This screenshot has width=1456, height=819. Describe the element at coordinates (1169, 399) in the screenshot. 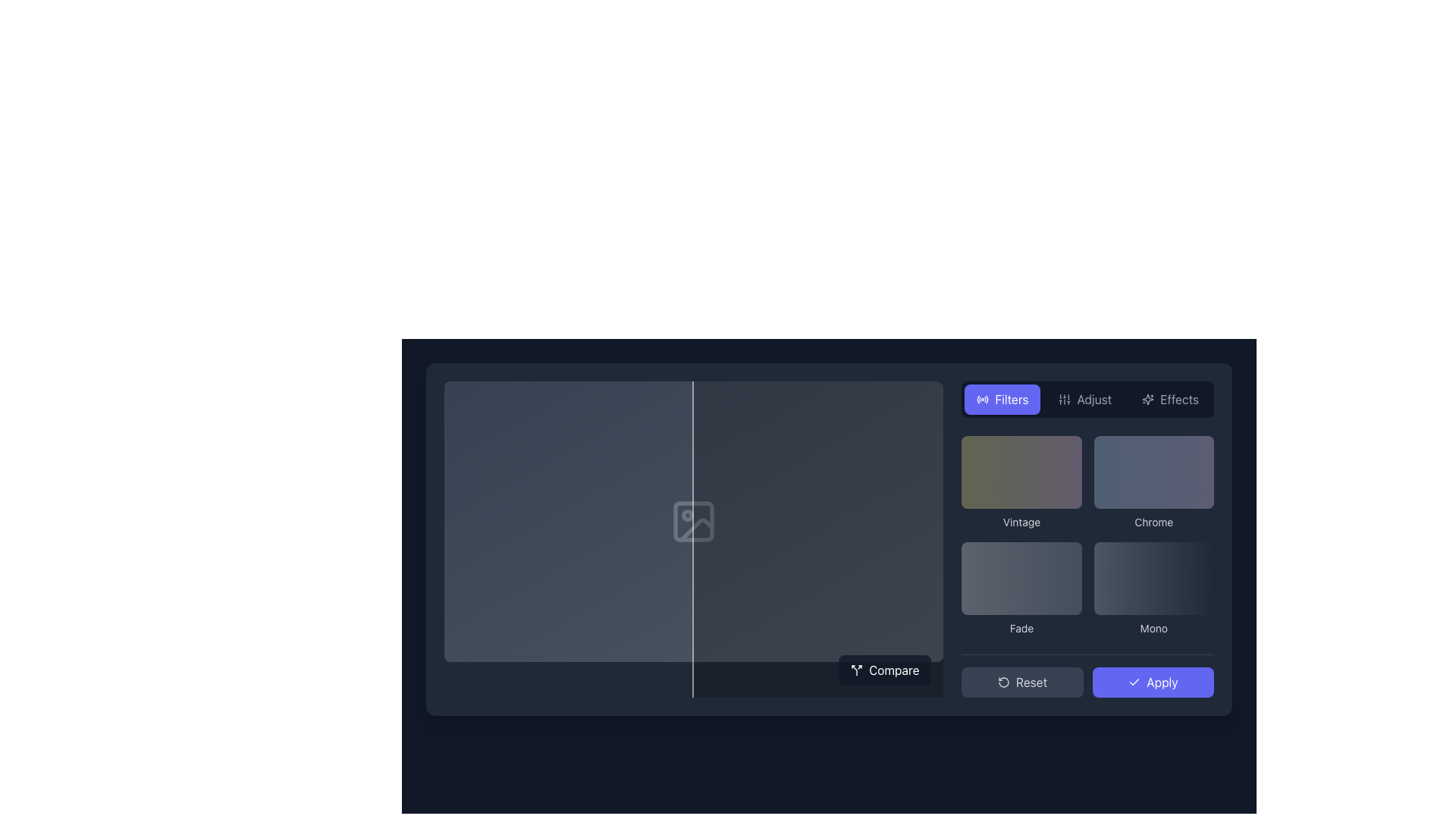

I see `the 'Effects' button, which has a dark gray background, rounded corners, a star-like icon on the left, and a light gray label on the right, positioned in the top-right area of the interface` at that location.